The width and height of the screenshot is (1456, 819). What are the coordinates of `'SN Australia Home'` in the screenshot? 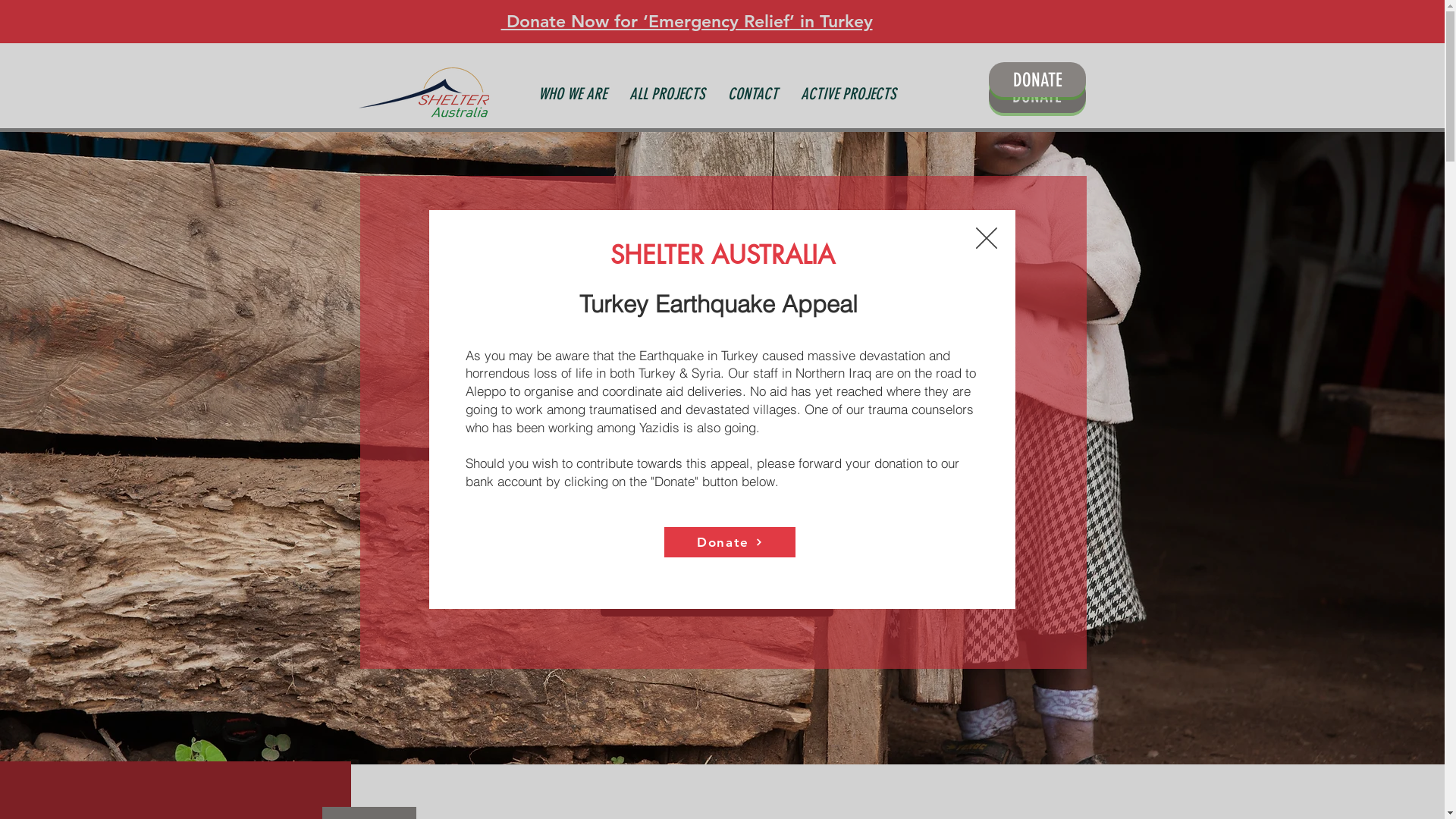 It's located at (422, 93).